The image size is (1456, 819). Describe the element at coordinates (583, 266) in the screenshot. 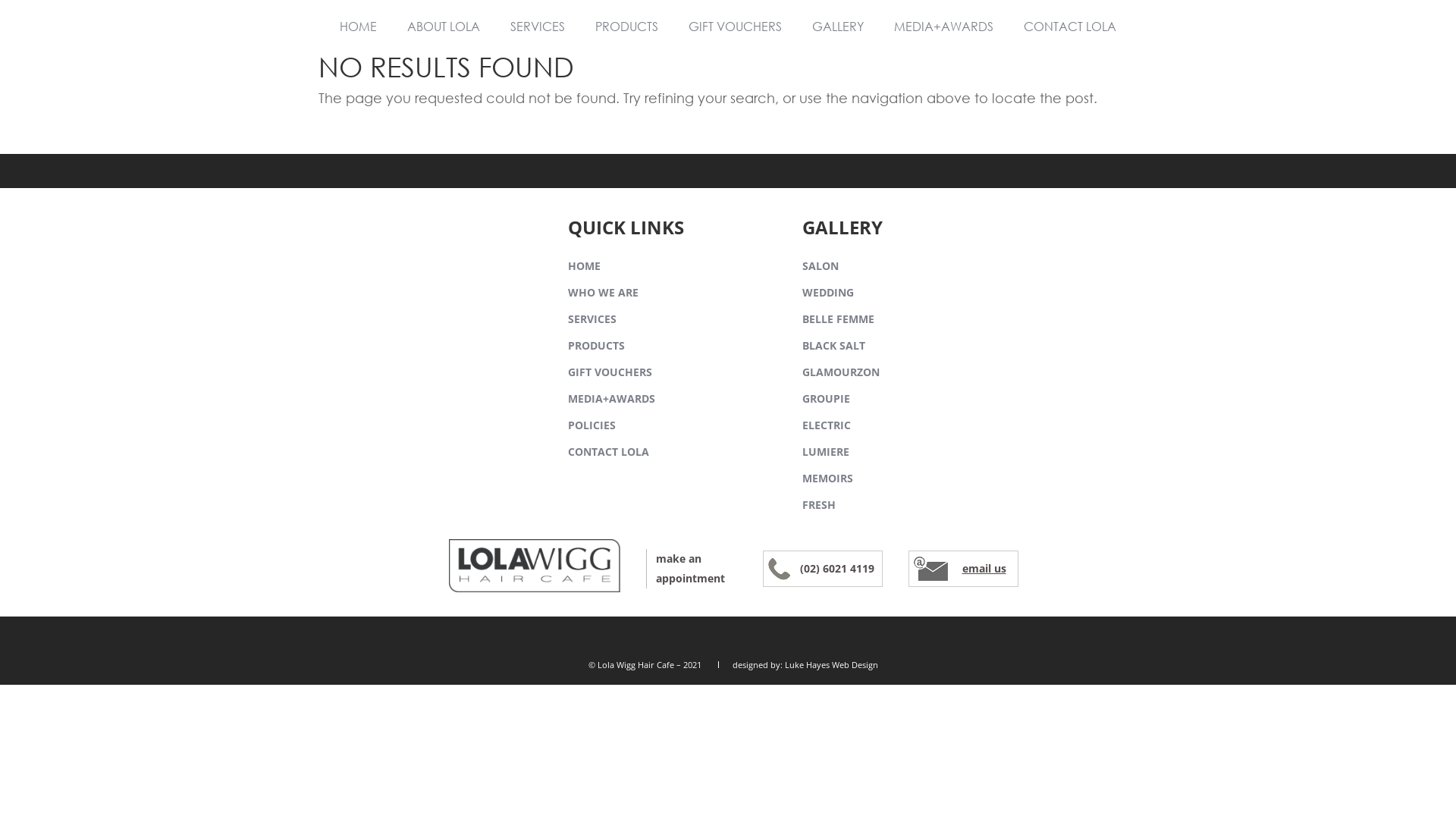

I see `'HOME'` at that location.